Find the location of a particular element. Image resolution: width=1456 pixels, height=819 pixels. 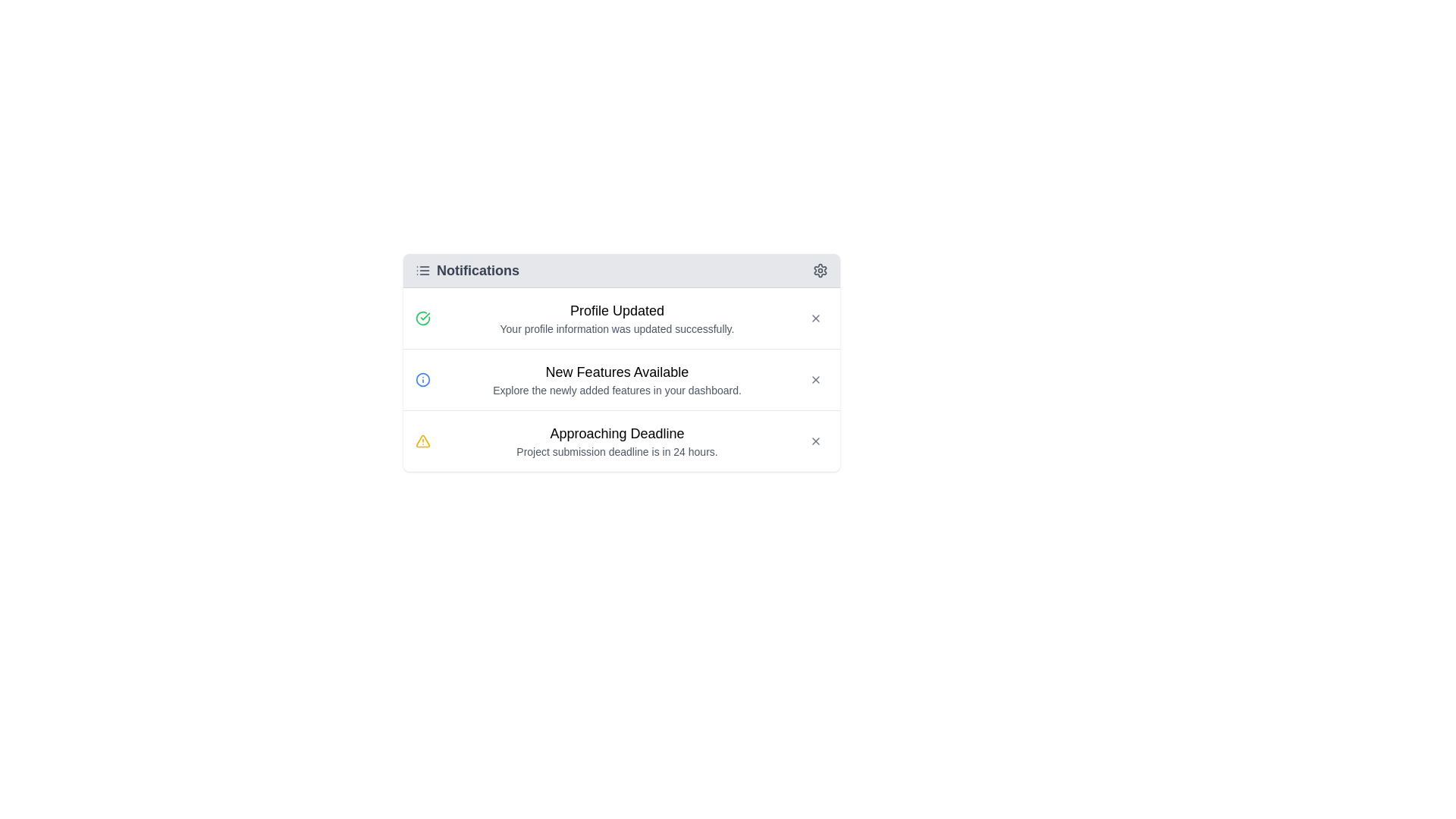

the 'Profile Updated' label, which is a larger textual heading at the top of the notification card indicating a successful profile update is located at coordinates (617, 309).